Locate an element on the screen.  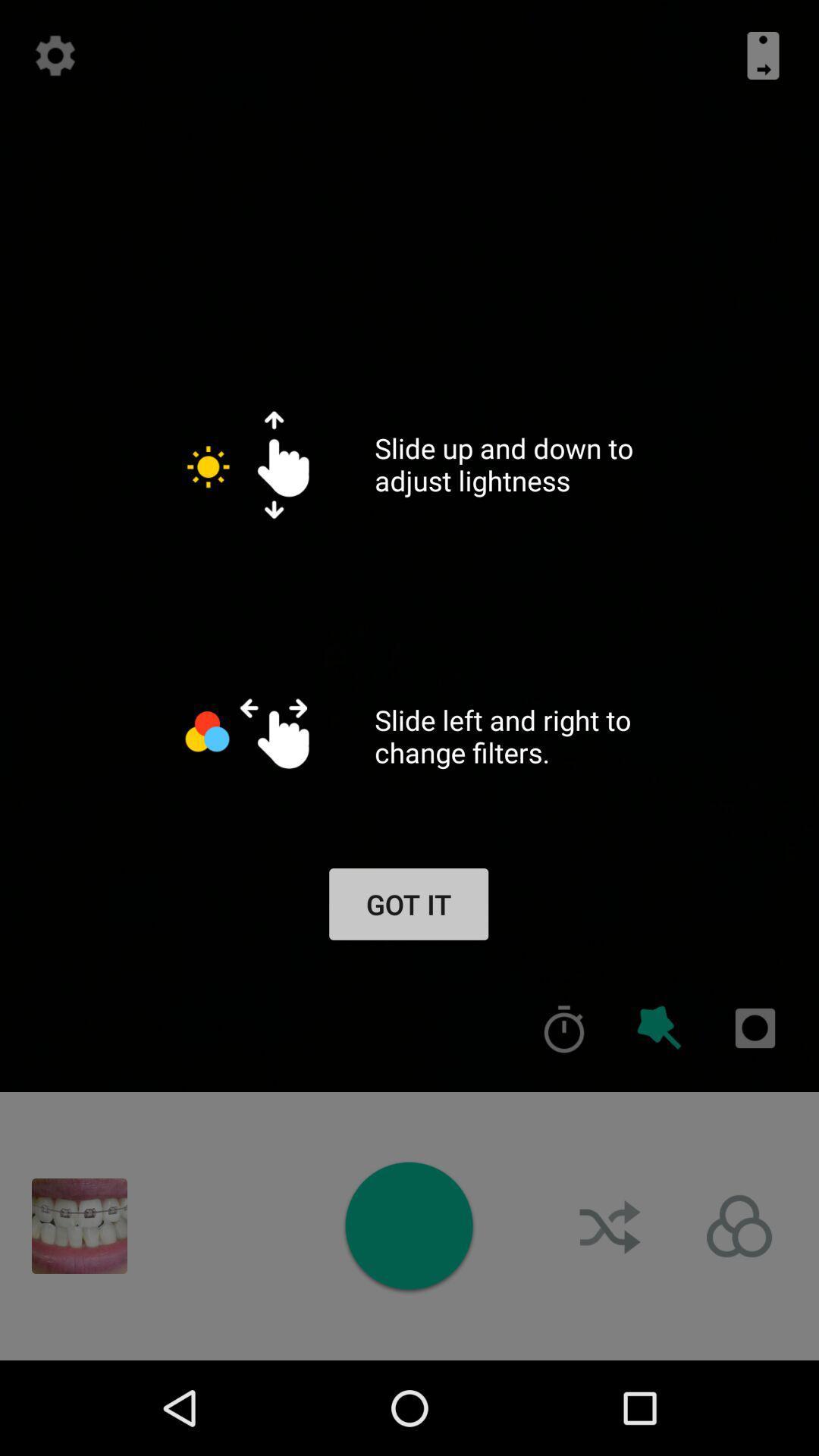
app below the slide left and is located at coordinates (408, 904).